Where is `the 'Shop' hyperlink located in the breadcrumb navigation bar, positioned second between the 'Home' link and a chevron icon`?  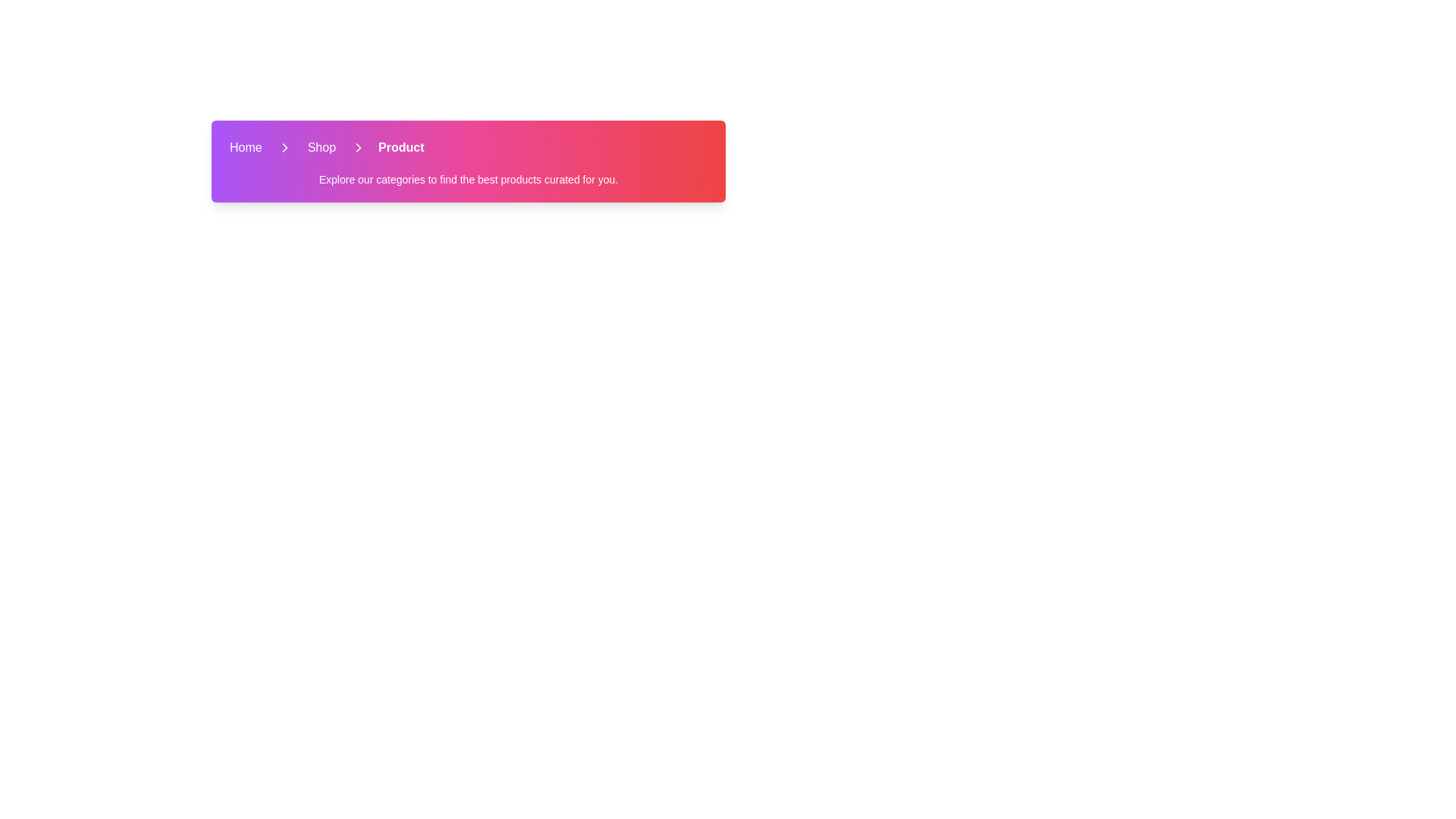 the 'Shop' hyperlink located in the breadcrumb navigation bar, positioned second between the 'Home' link and a chevron icon is located at coordinates (321, 148).